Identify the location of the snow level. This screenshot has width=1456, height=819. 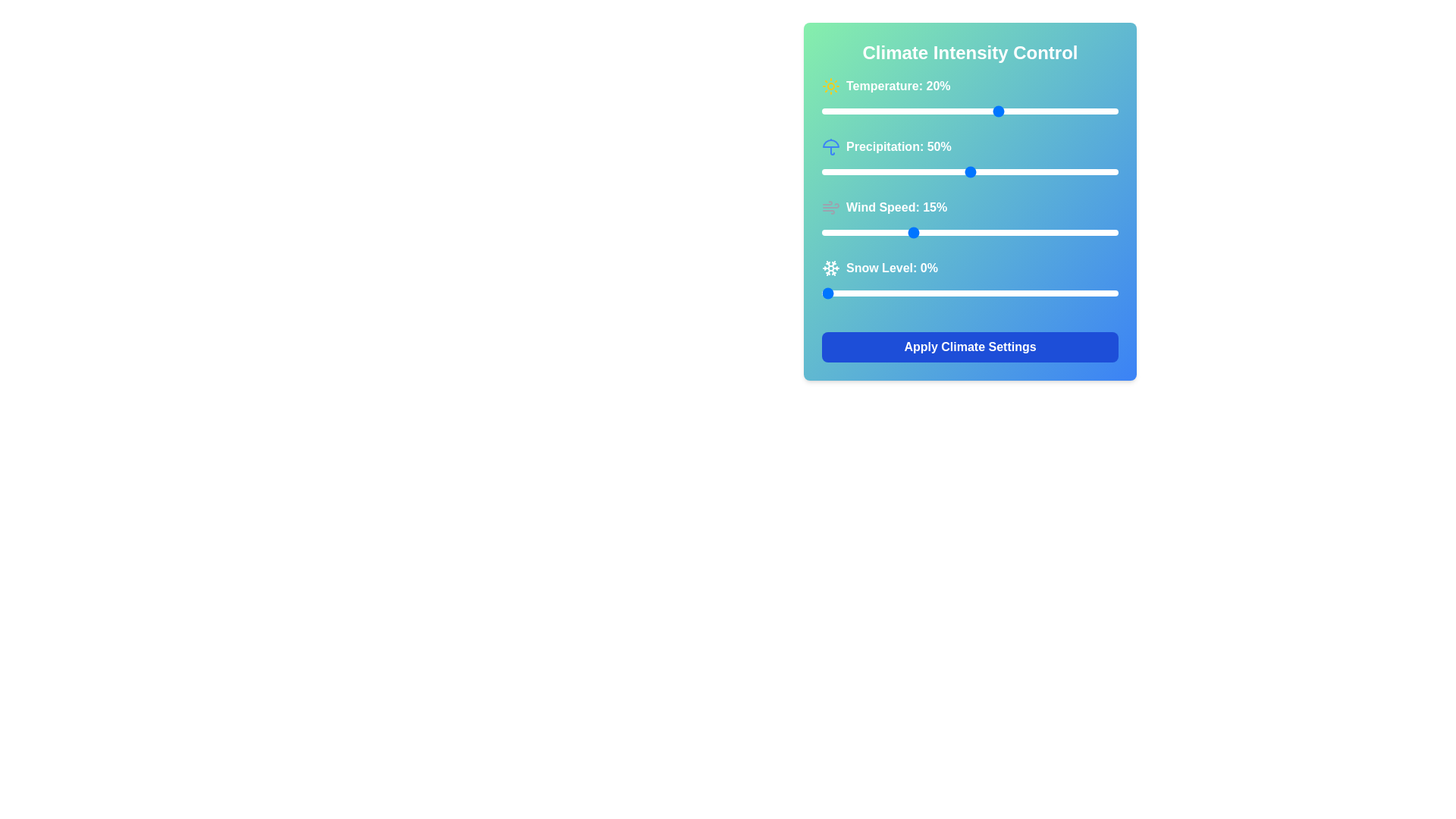
(1023, 293).